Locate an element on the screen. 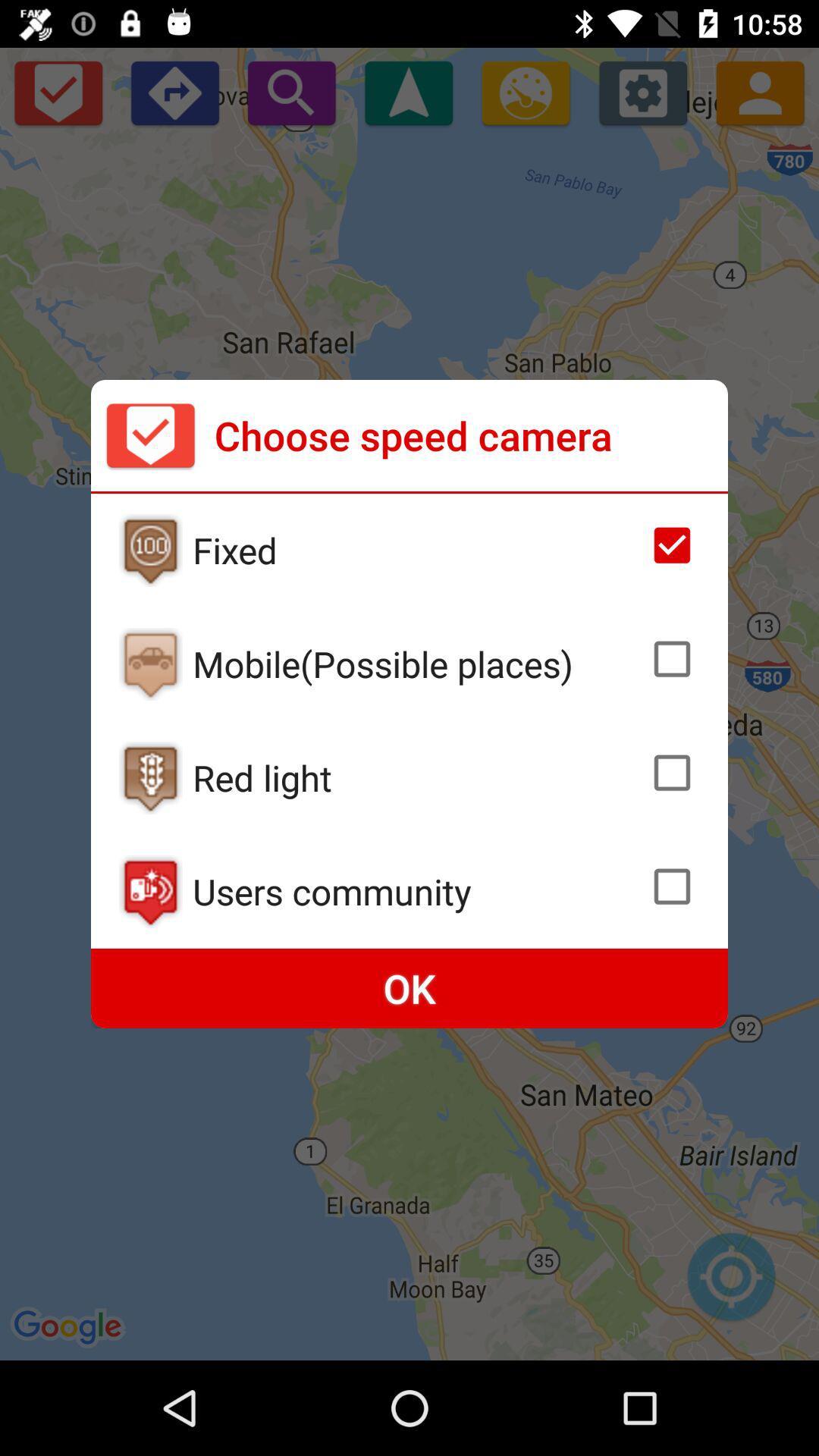  the icon to the left of choose speed camera icon is located at coordinates (150, 435).